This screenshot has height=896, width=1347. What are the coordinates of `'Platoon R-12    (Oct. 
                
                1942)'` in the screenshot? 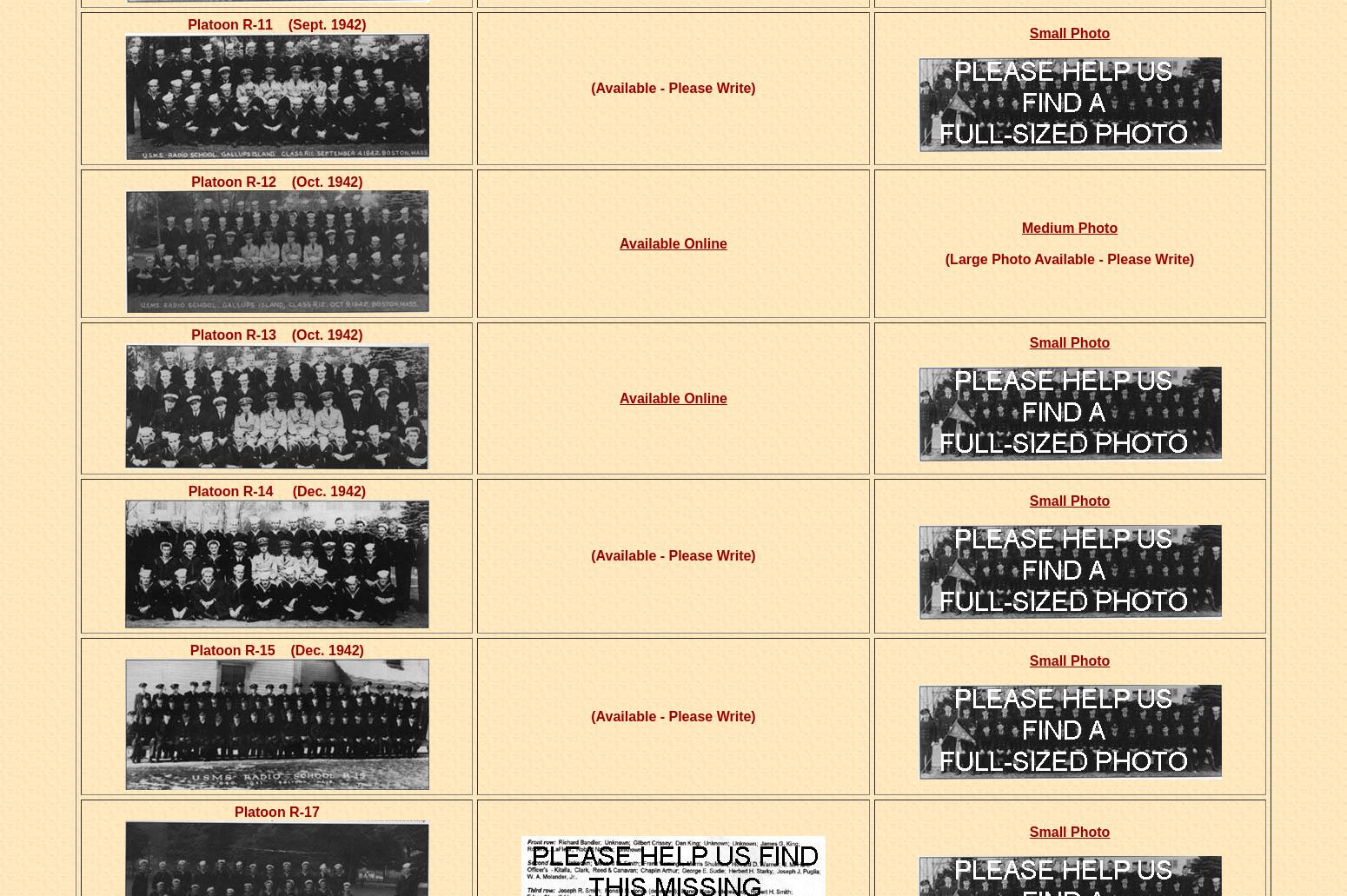 It's located at (275, 182).